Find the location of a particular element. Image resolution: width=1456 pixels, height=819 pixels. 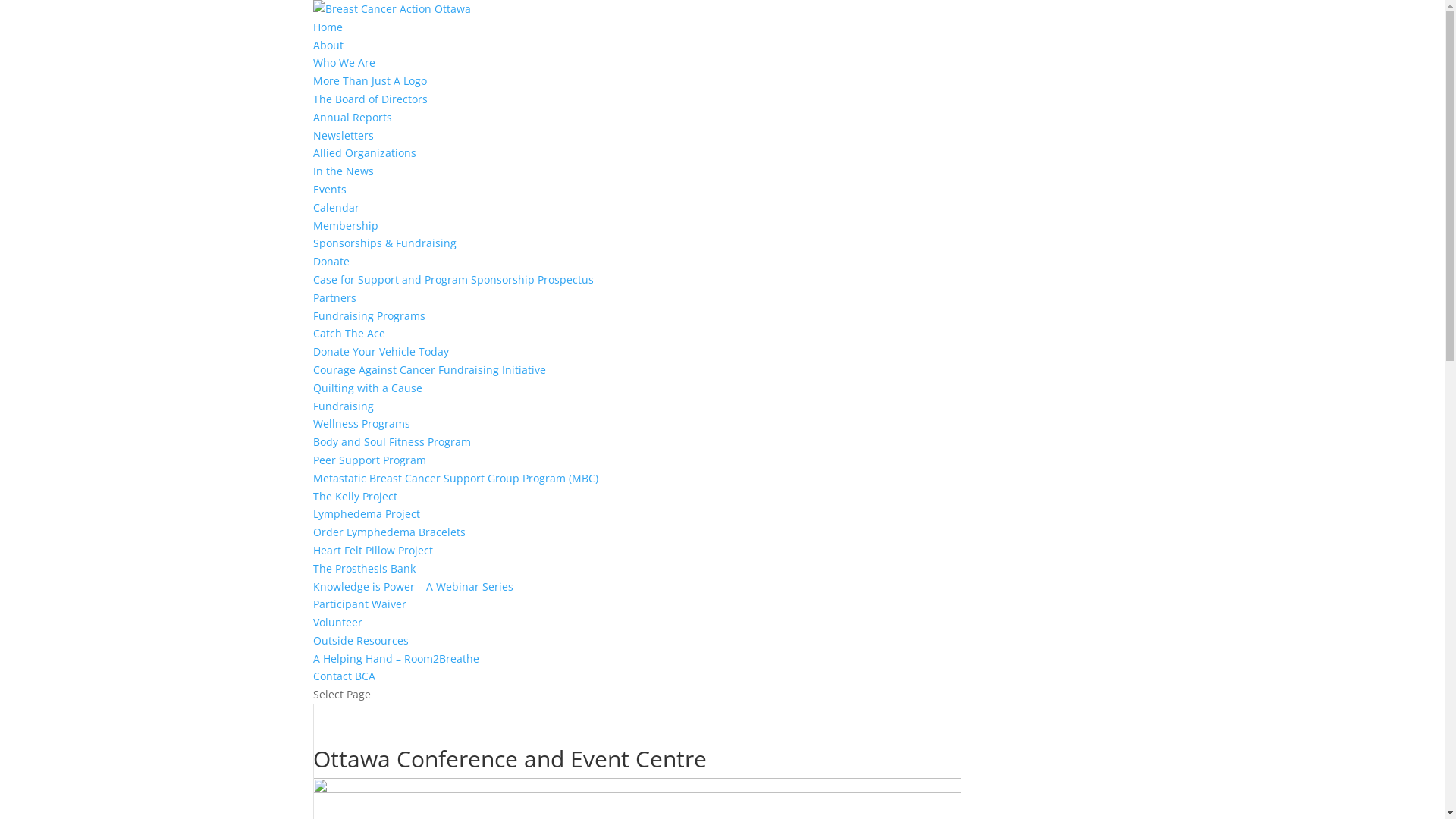

'Metastatic Breast Cancer Support Group Program (MBC)' is located at coordinates (454, 478).